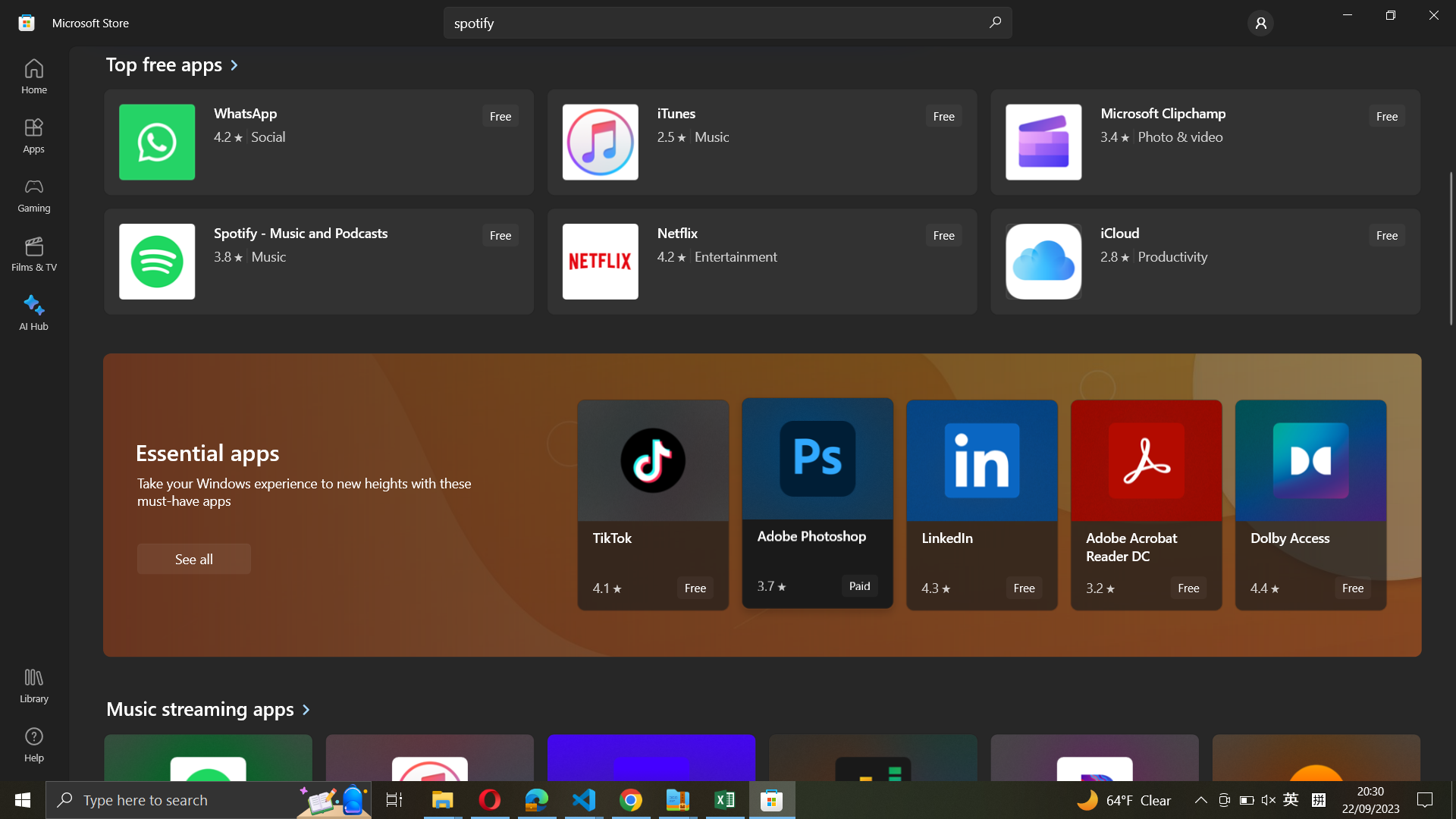  I want to click on Commence Help Option, so click(33, 743).